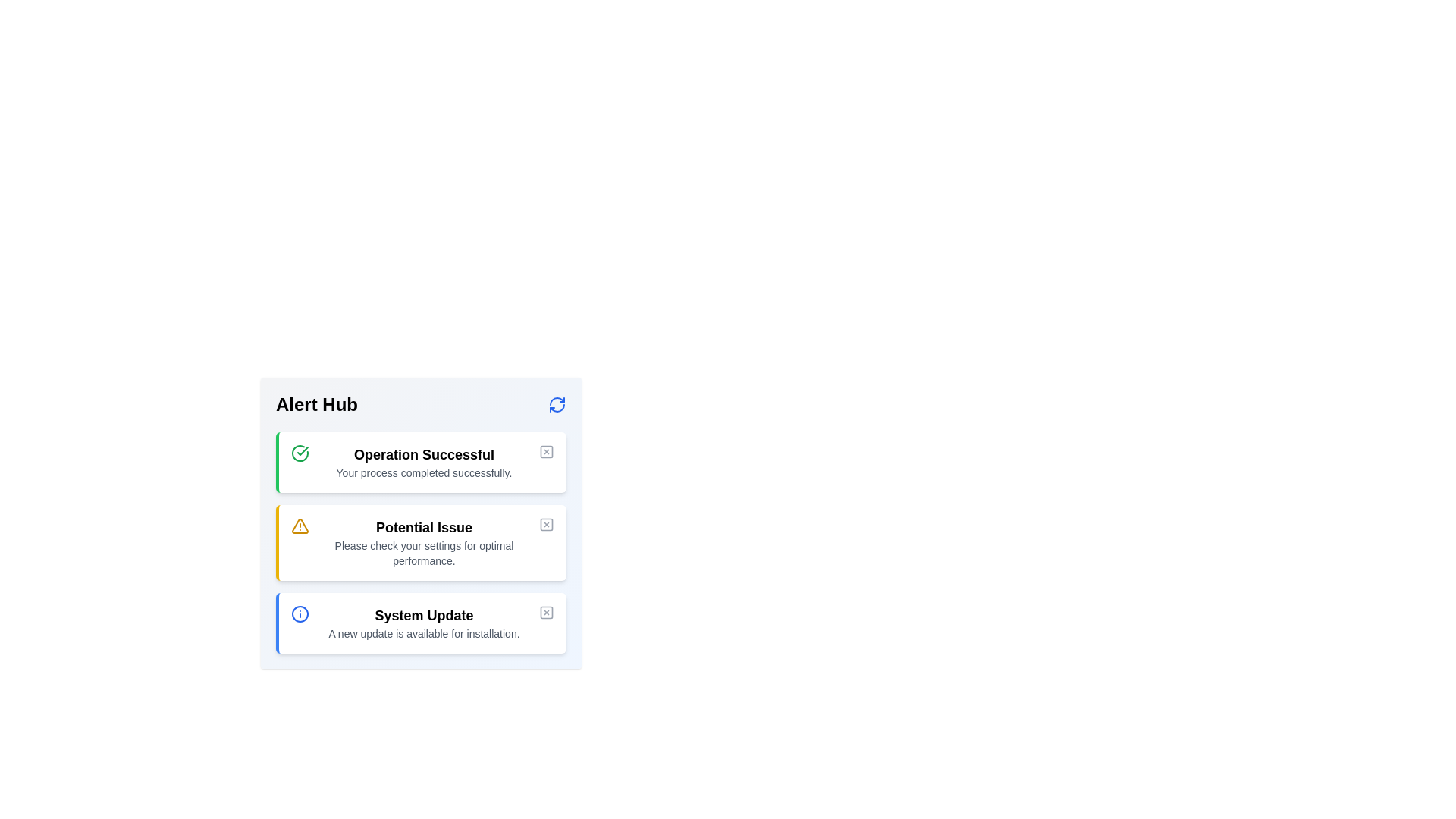  Describe the element at coordinates (424, 454) in the screenshot. I see `the text label indicating that an operation has been successfully completed, positioned at the top of the first notification card` at that location.